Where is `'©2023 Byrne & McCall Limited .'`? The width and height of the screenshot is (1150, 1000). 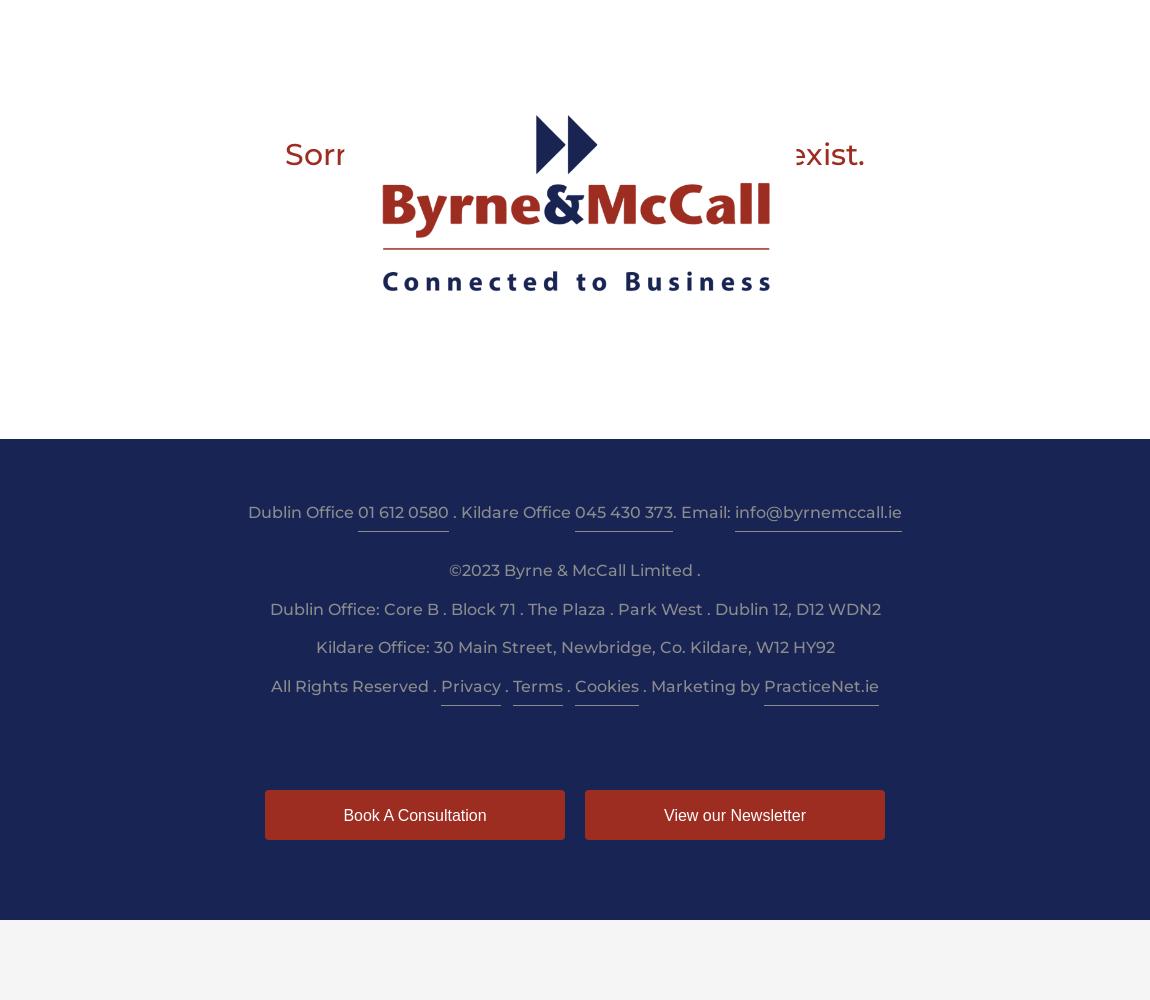 '©2023 Byrne & McCall Limited .' is located at coordinates (575, 568).